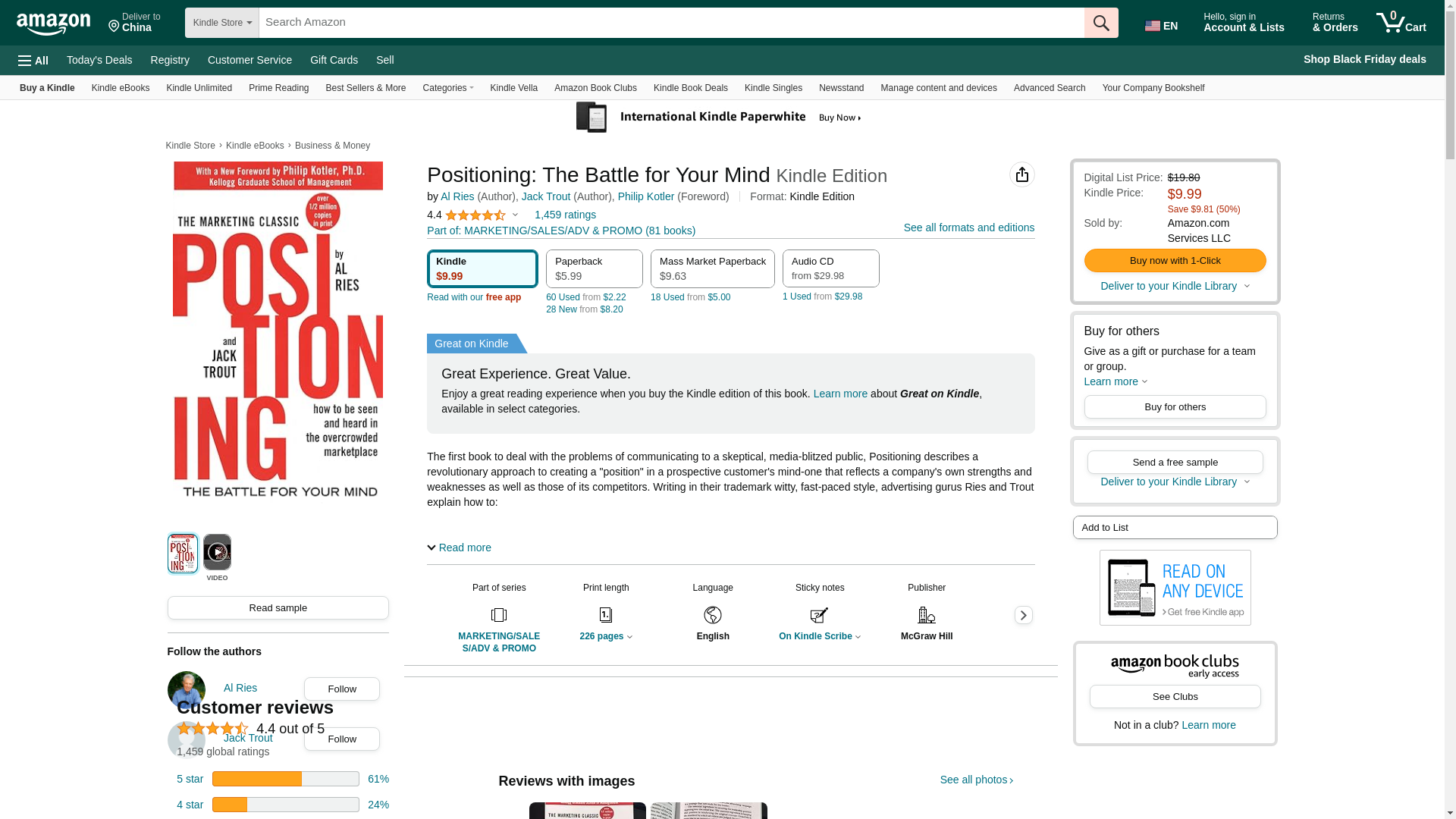 The width and height of the screenshot is (1456, 819). I want to click on 'Buy now with 1-Click', so click(1174, 259).